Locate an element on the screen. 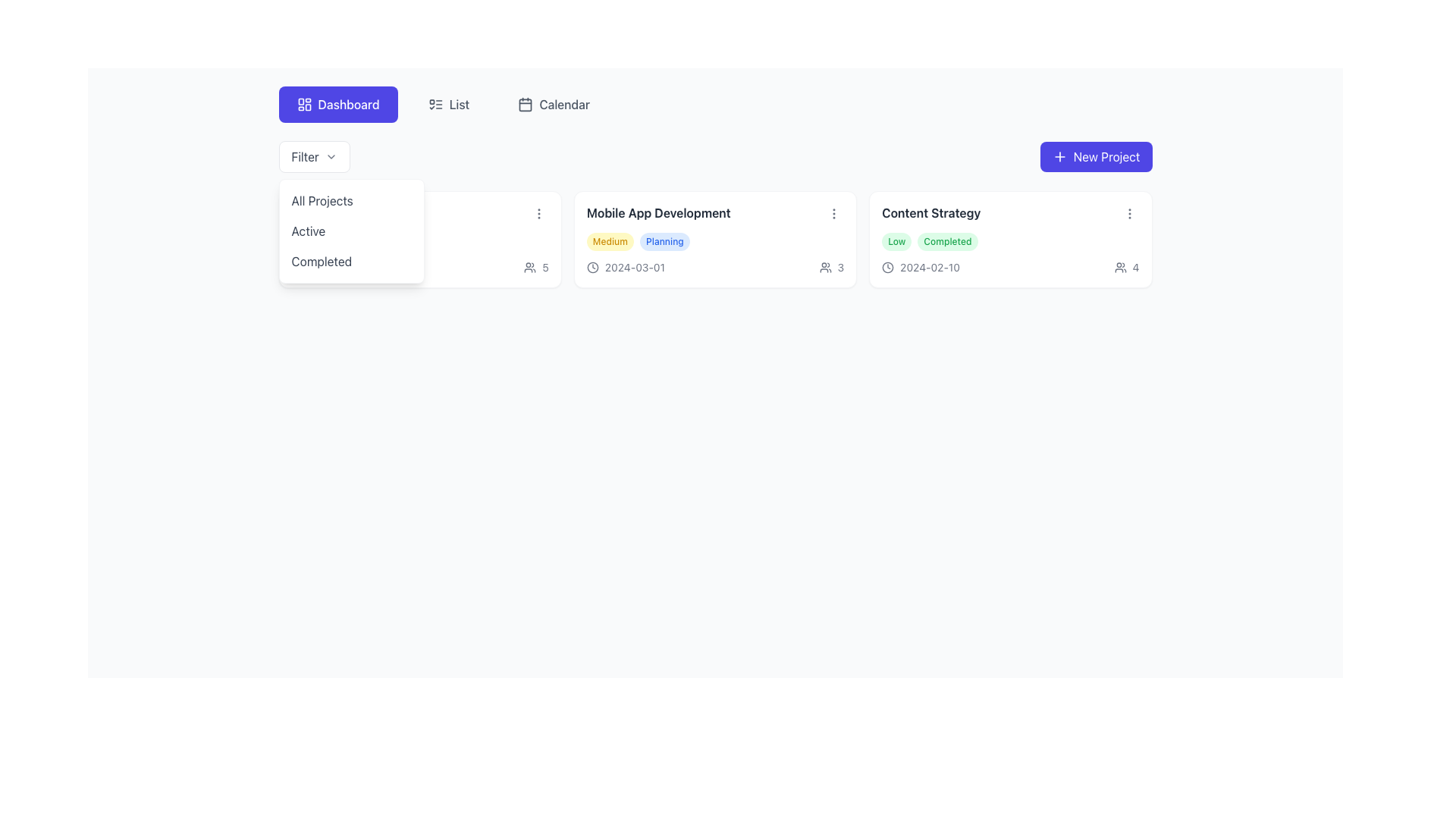 The height and width of the screenshot is (819, 1456). the user icon and number in the bottom-right corner of the 'Mobile App Development' card is located at coordinates (830, 267).